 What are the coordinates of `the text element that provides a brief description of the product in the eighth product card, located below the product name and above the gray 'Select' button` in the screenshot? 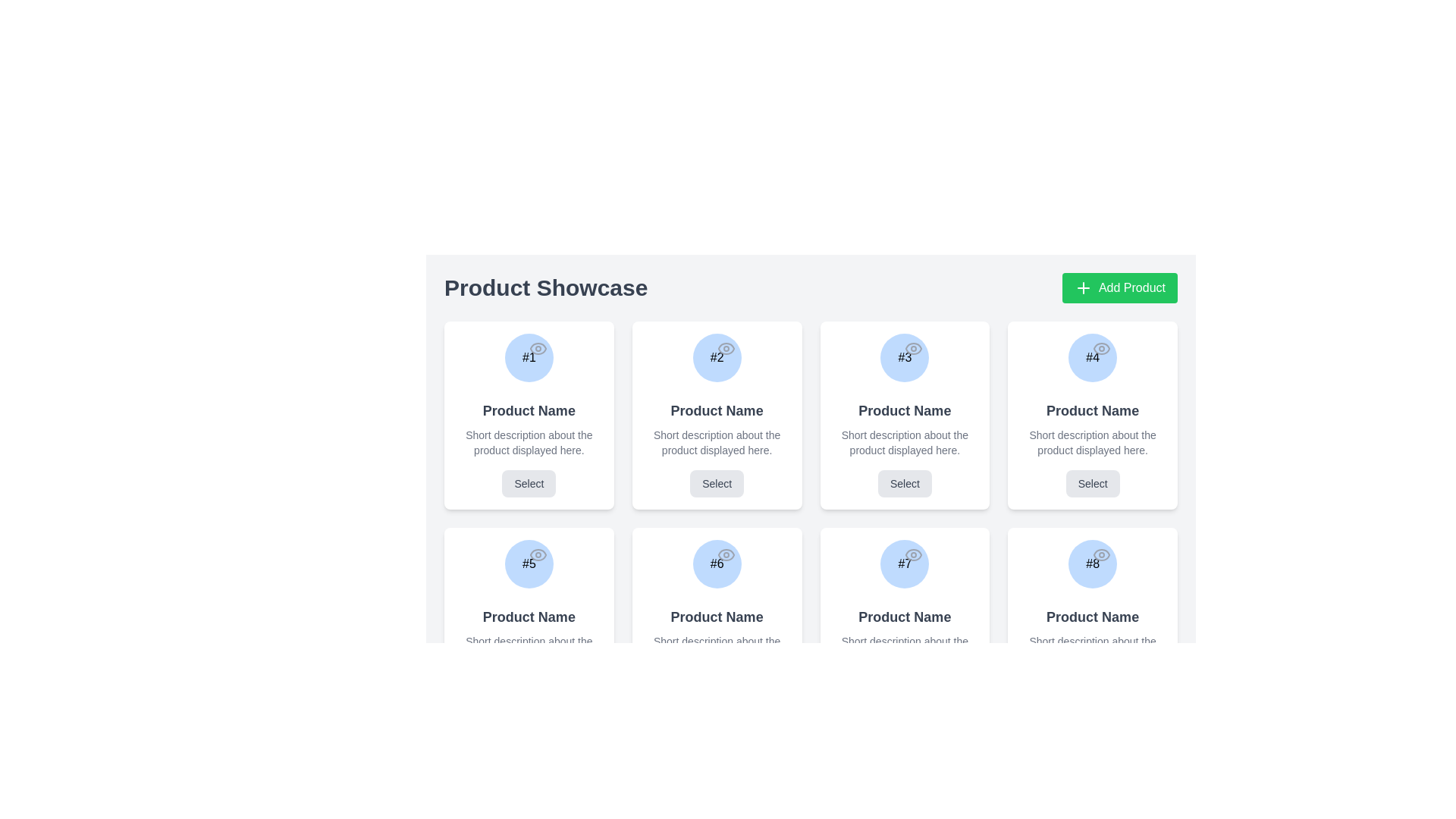 It's located at (1093, 648).